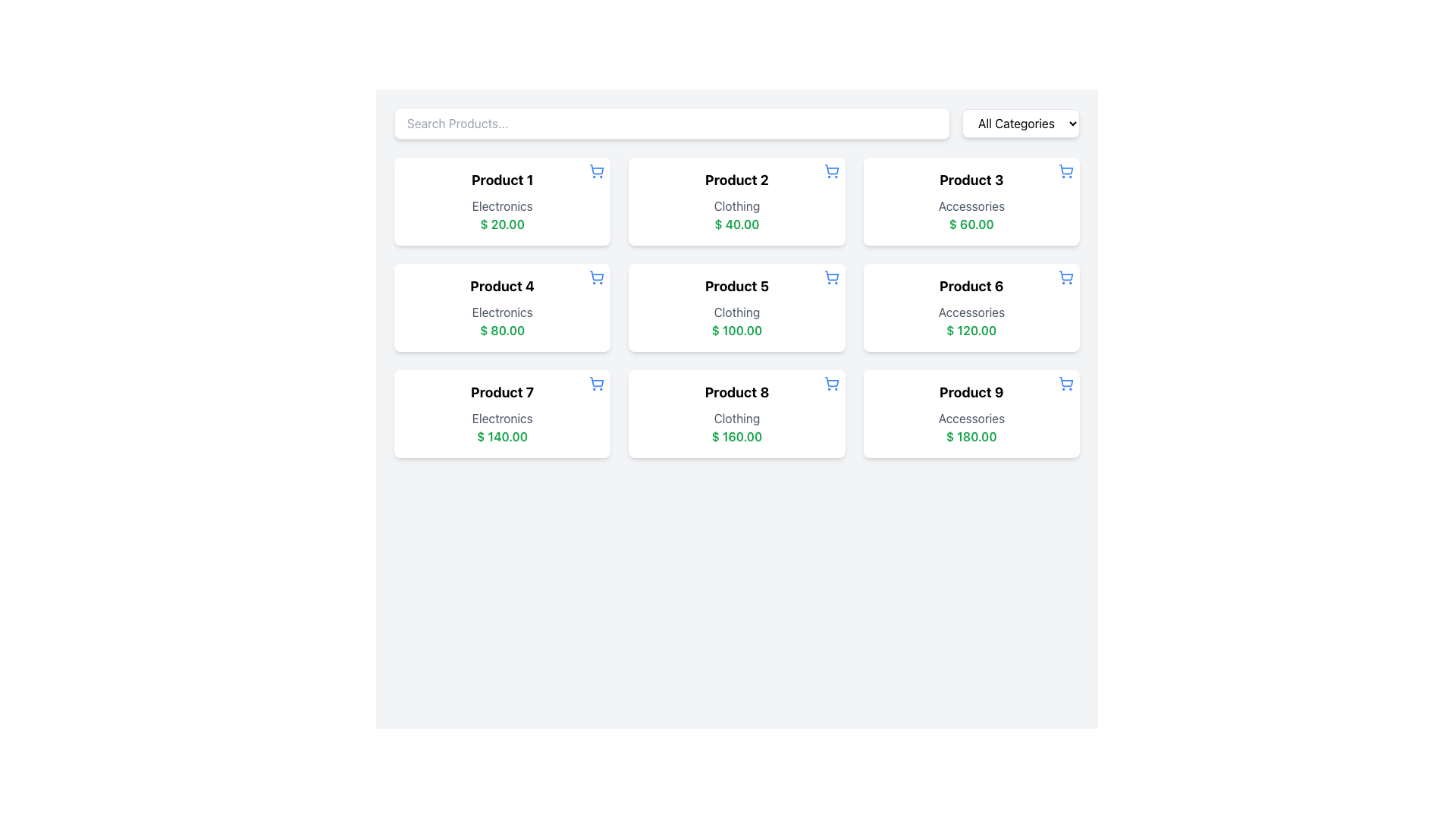  What do you see at coordinates (971, 307) in the screenshot?
I see `the product display card that provides details like product name, category, and price, which is the sixth card in a 3-column grid layout` at bounding box center [971, 307].